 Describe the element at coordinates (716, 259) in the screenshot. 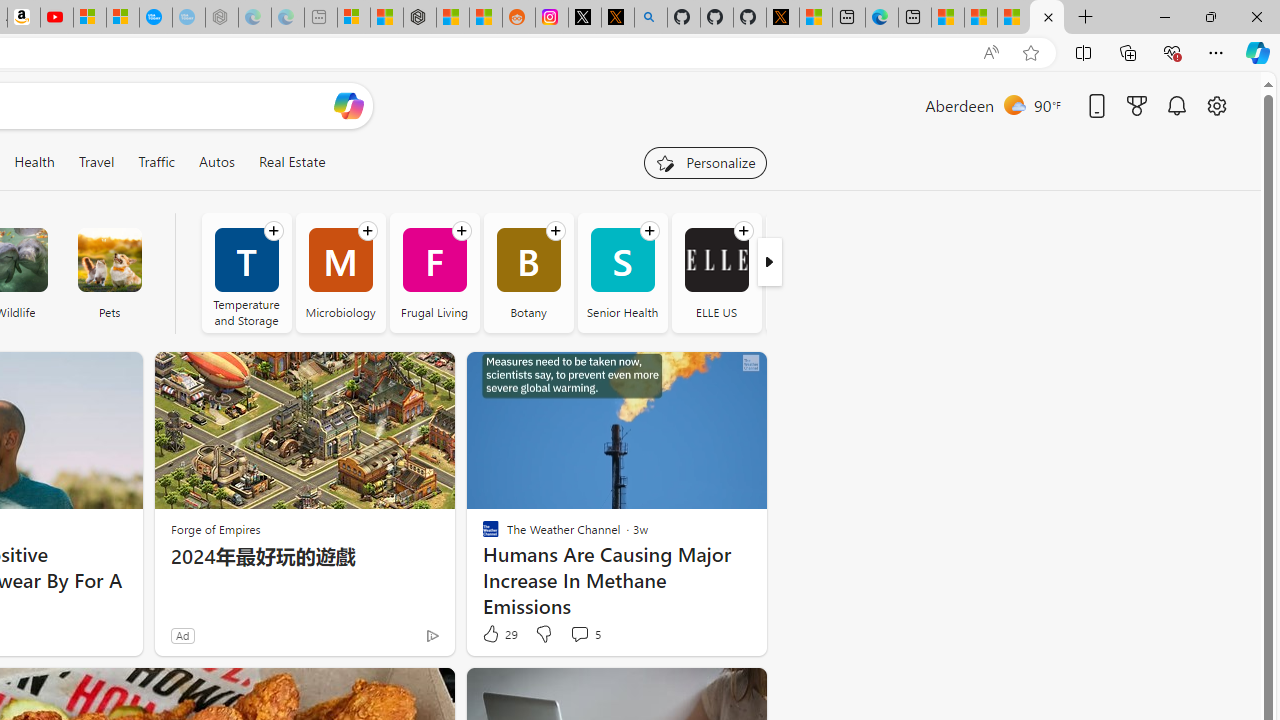

I see `'ELLE US'` at that location.